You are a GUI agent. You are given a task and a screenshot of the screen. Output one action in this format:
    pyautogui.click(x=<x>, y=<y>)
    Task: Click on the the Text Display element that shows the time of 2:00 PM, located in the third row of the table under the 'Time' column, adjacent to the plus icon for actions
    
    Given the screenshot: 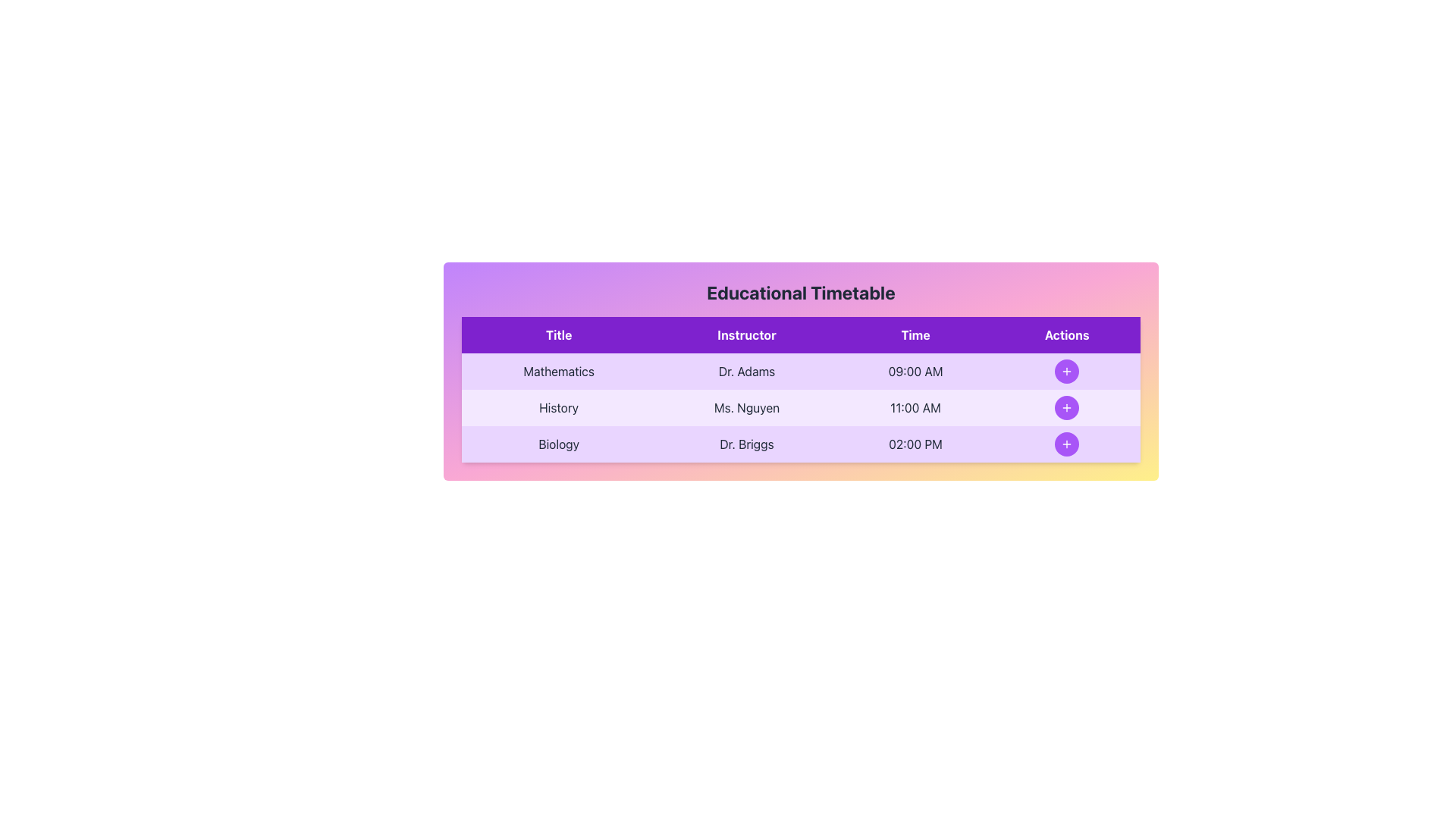 What is the action you would take?
    pyautogui.click(x=915, y=444)
    